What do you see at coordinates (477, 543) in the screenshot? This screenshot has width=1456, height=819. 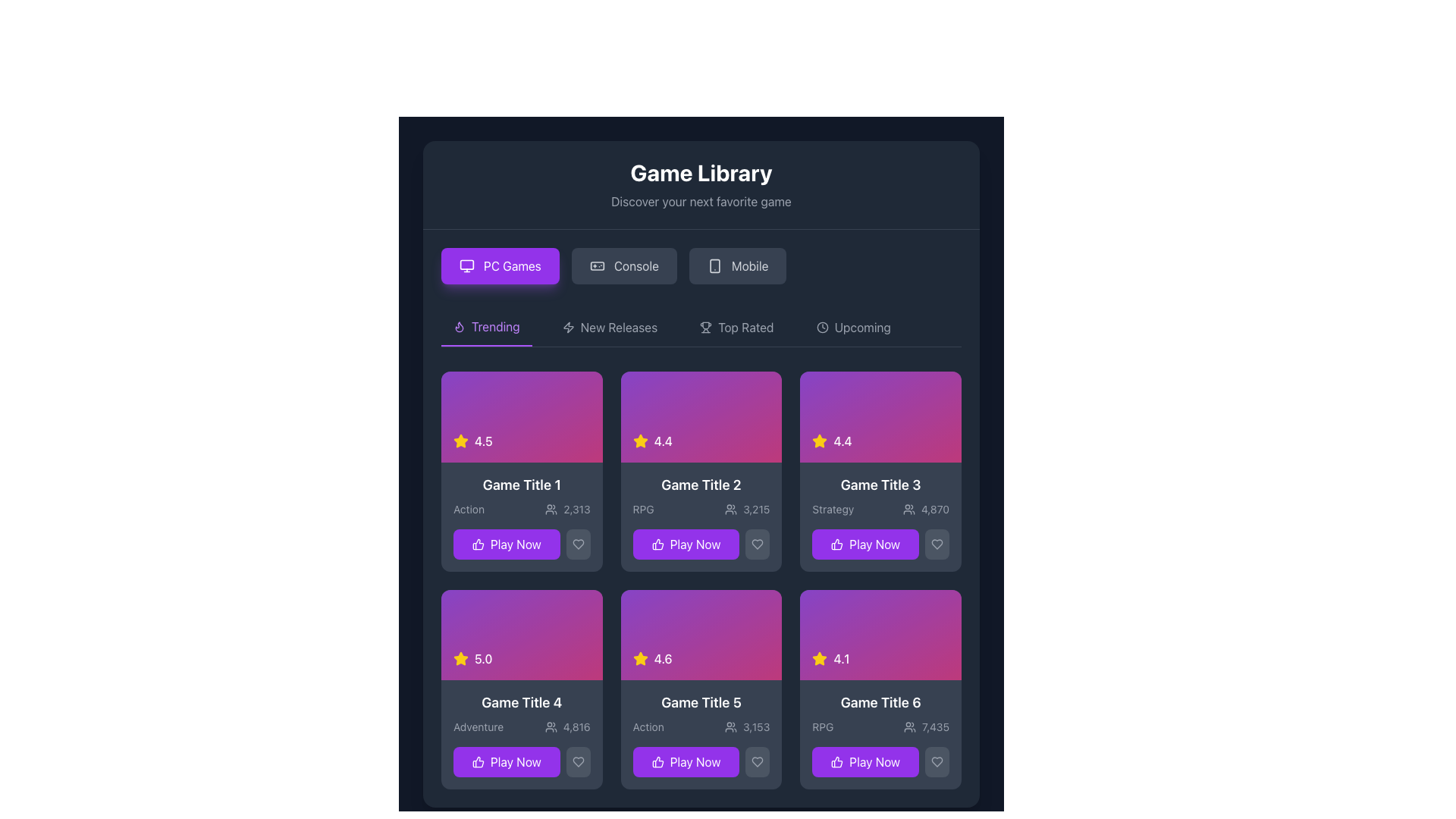 I see `the thumbs-up icon within the 'Play Now' button for 'Game Title 1' in the top-left section of the game grid` at bounding box center [477, 543].